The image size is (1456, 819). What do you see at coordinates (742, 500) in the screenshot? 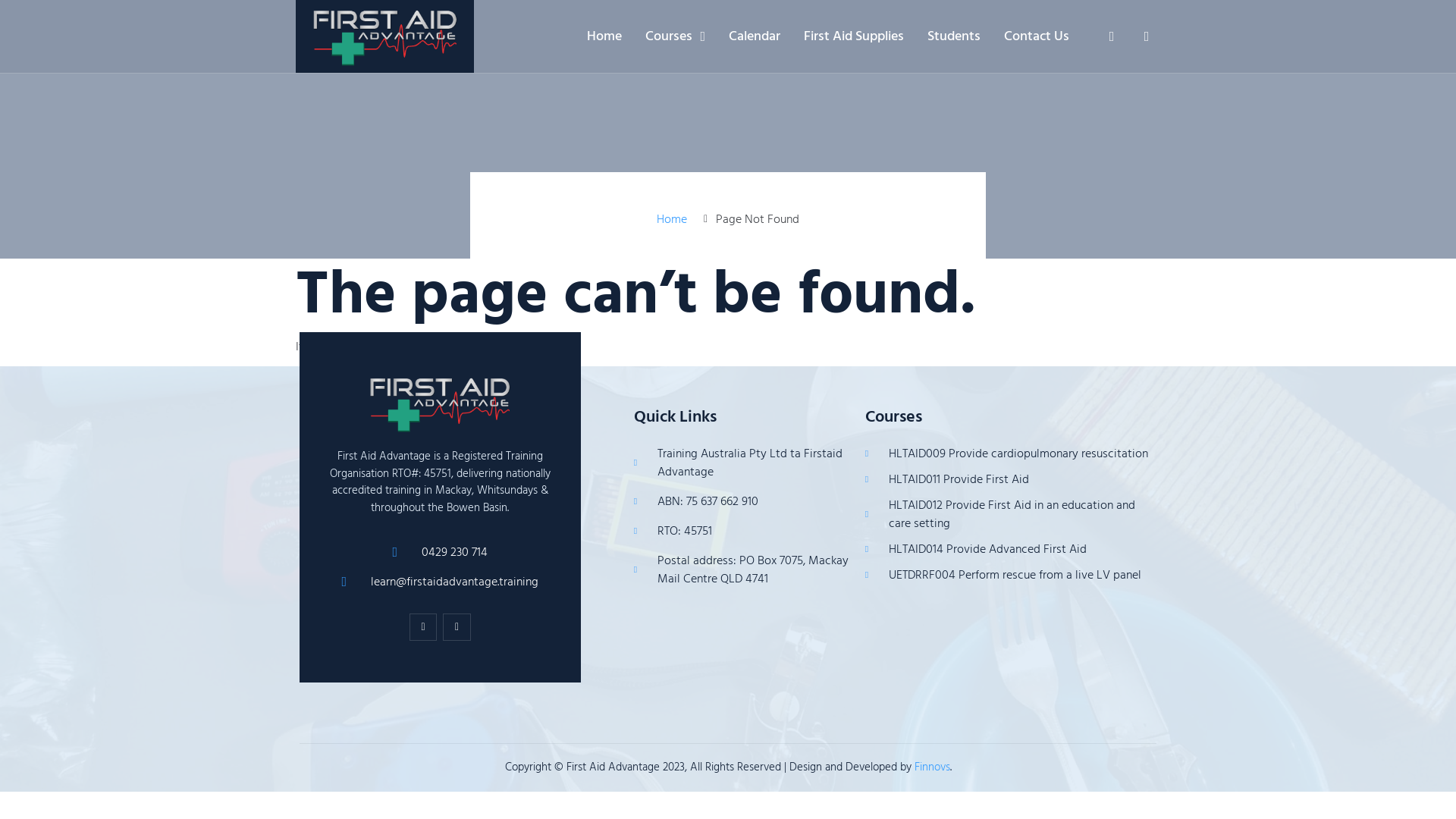
I see `'ABN: 75 637 662 910'` at bounding box center [742, 500].